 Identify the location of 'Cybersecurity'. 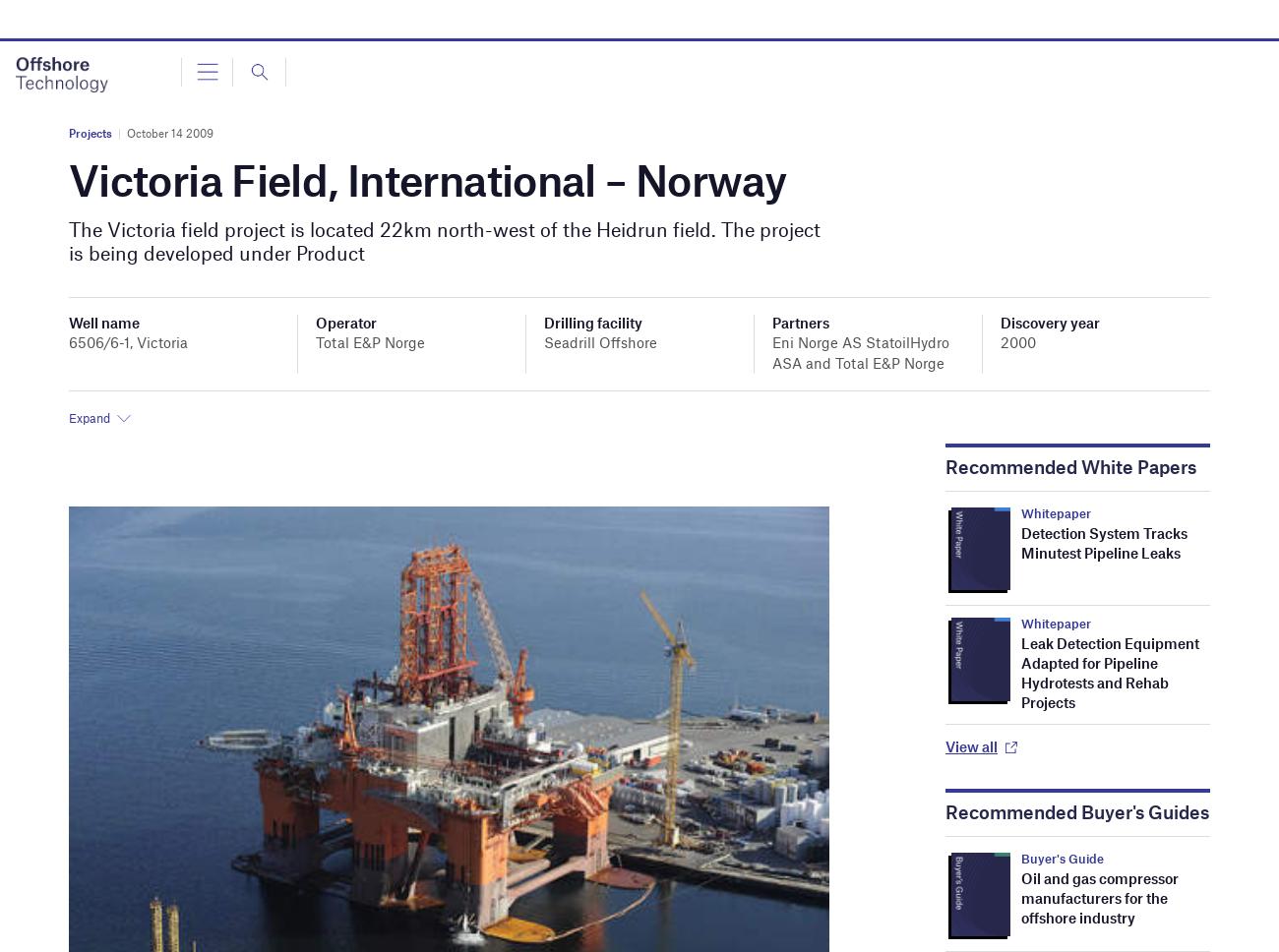
(101, 228).